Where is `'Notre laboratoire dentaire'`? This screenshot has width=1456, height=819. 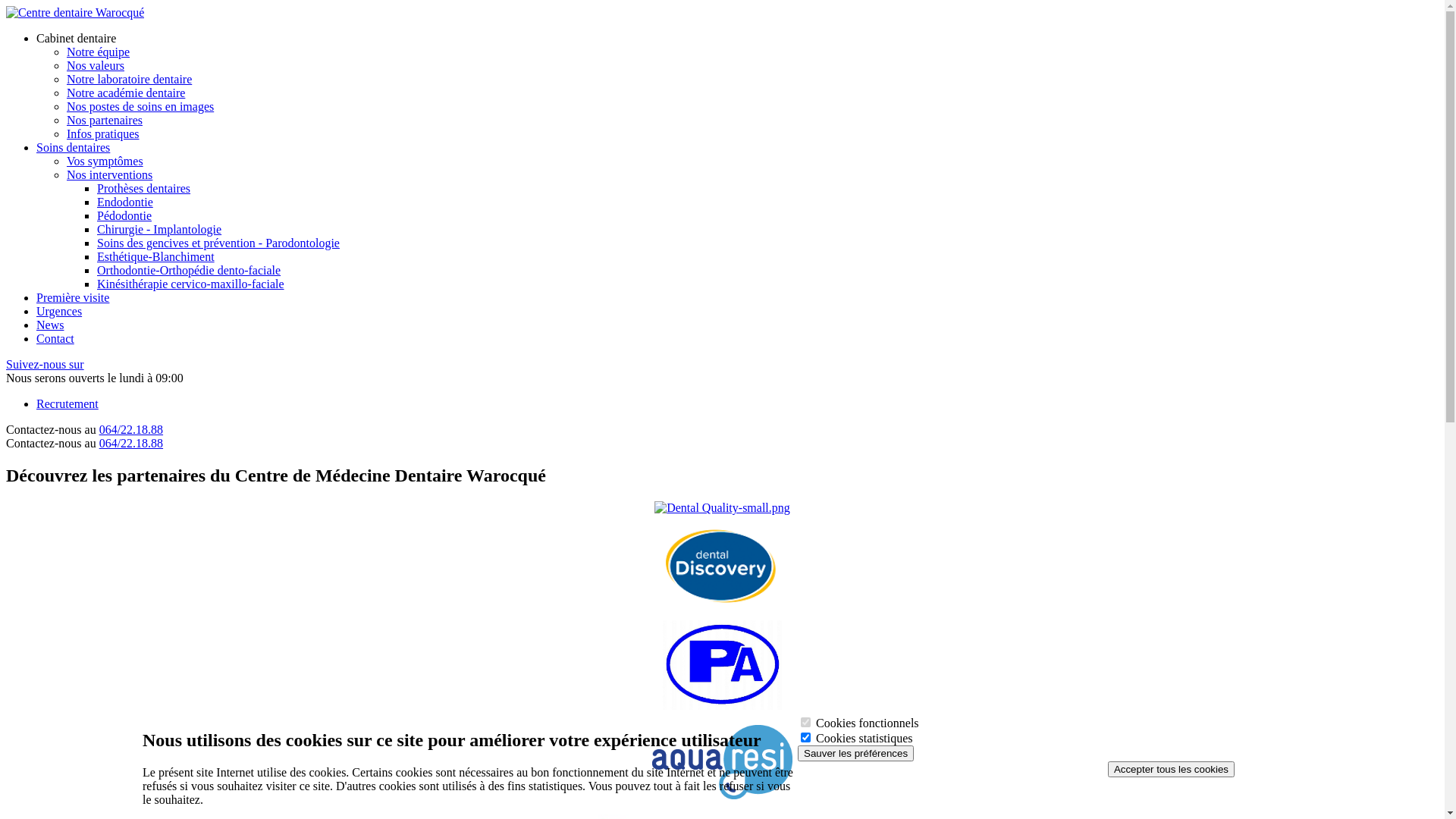
'Notre laboratoire dentaire' is located at coordinates (129, 79).